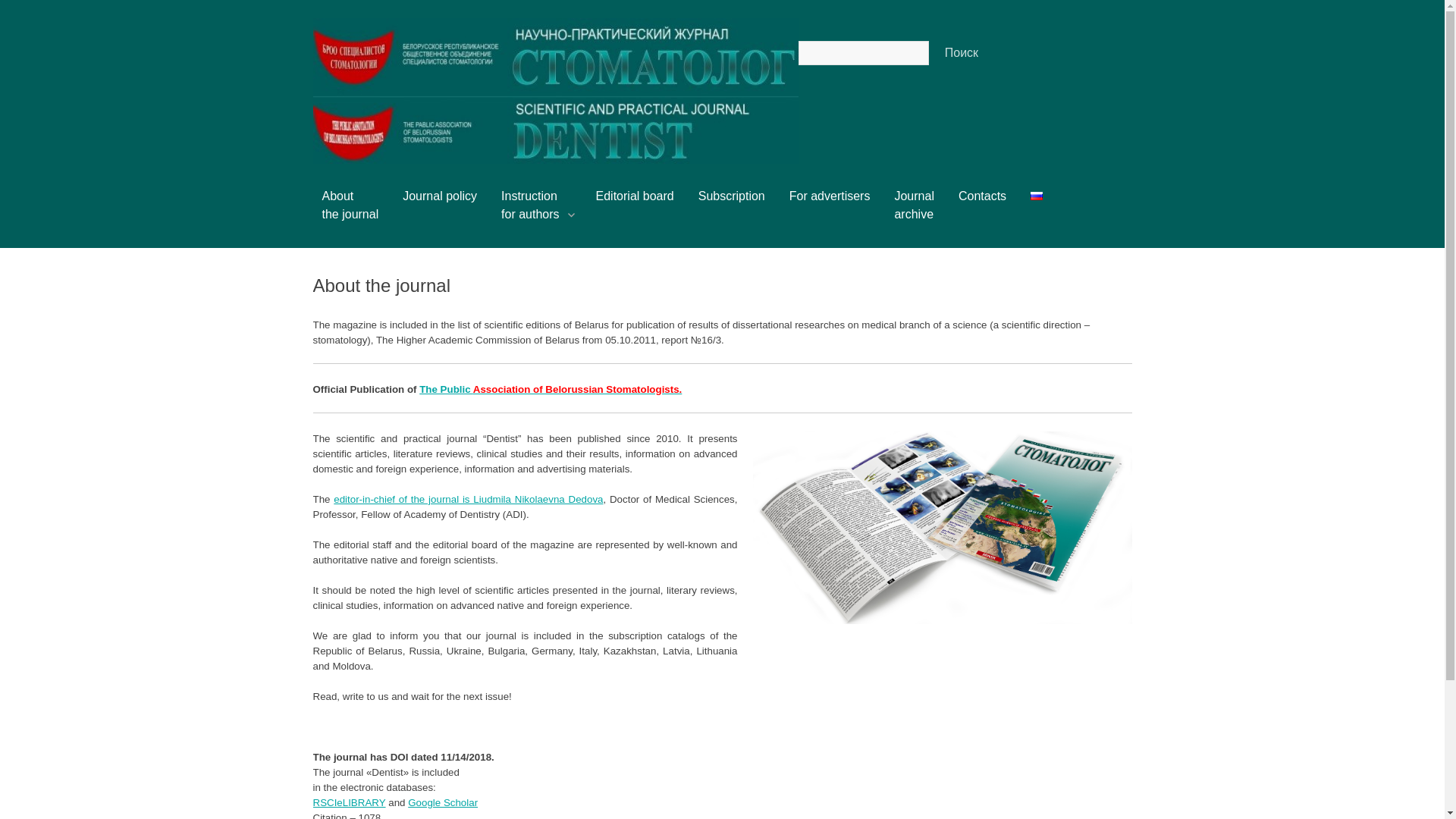 This screenshot has width=1456, height=819. Describe the element at coordinates (407, 802) in the screenshot. I see `'Google Scholar'` at that location.